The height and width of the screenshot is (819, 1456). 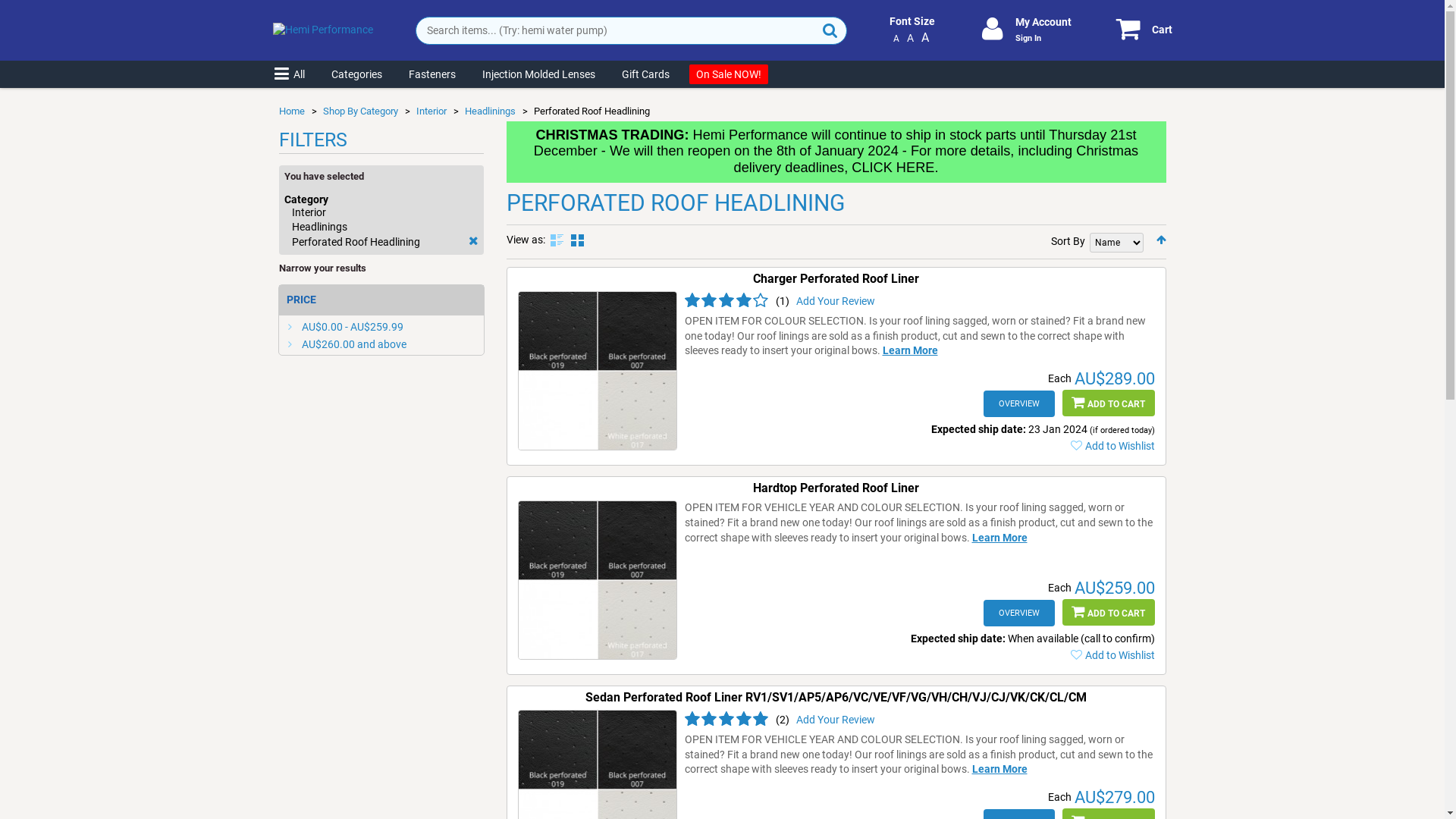 What do you see at coordinates (463, 110) in the screenshot?
I see `'Headlinings'` at bounding box center [463, 110].